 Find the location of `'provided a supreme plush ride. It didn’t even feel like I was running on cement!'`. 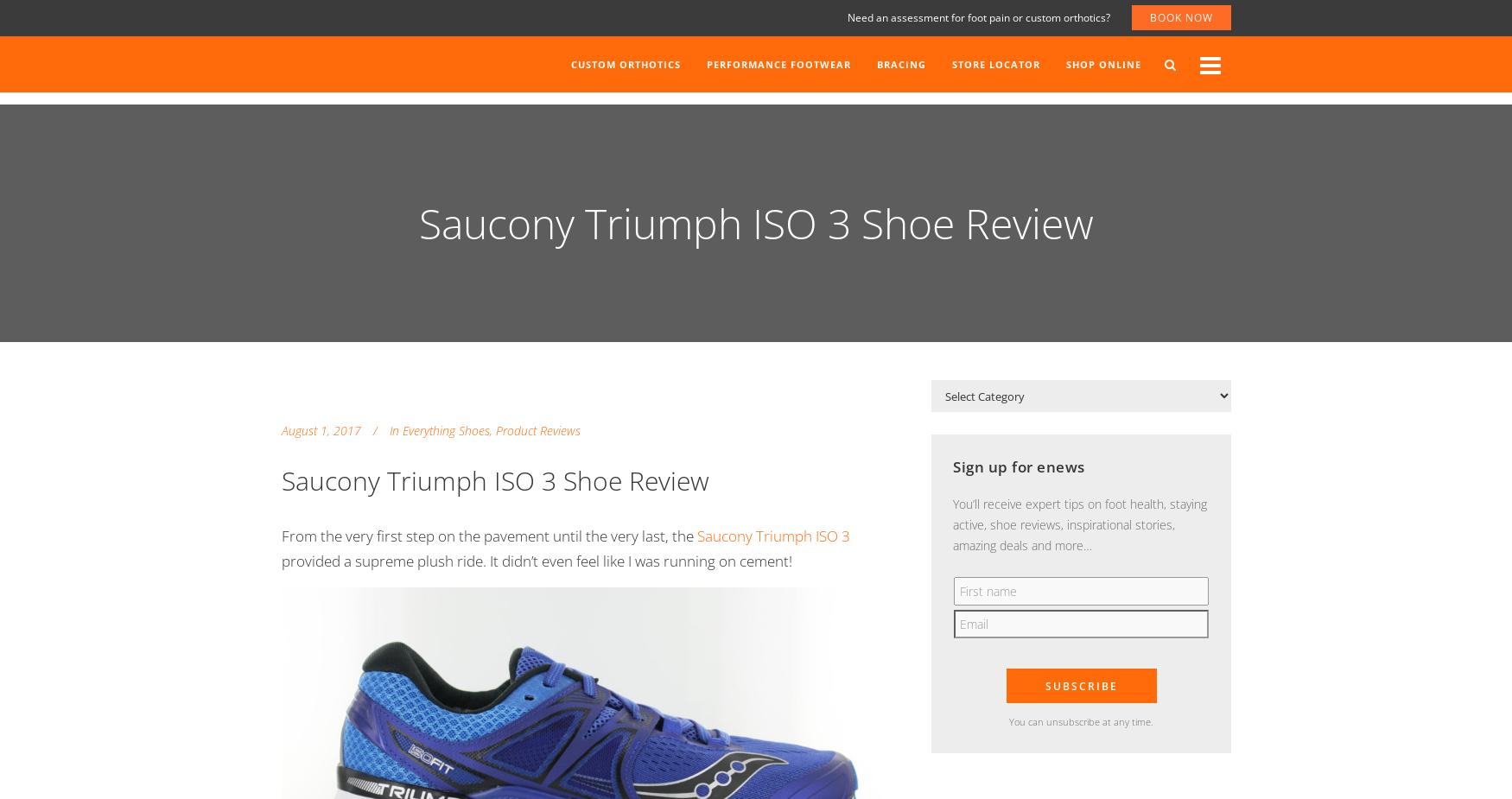

'provided a supreme plush ride. It didn’t even feel like I was running on cement!' is located at coordinates (282, 560).